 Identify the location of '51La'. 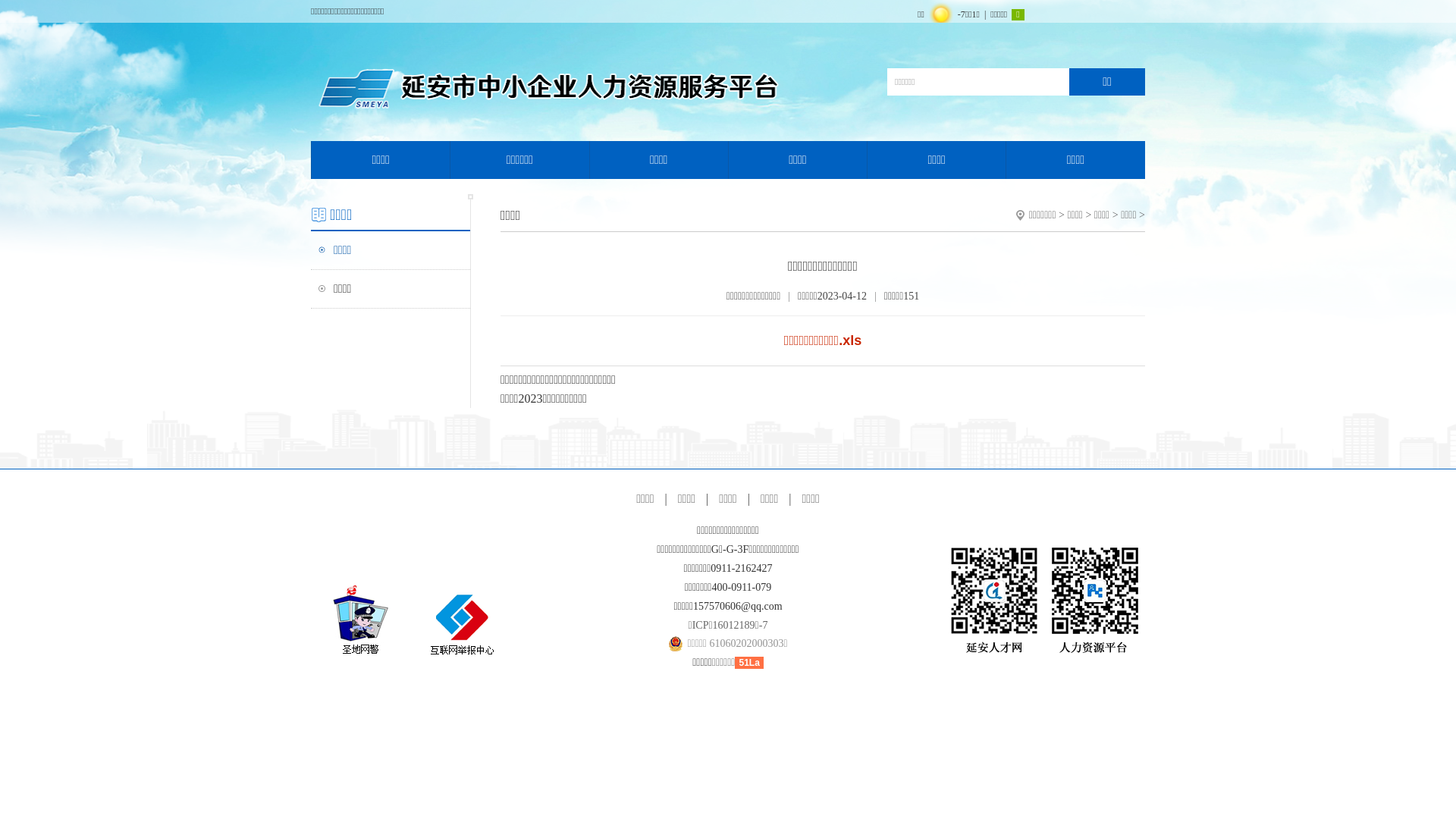
(748, 661).